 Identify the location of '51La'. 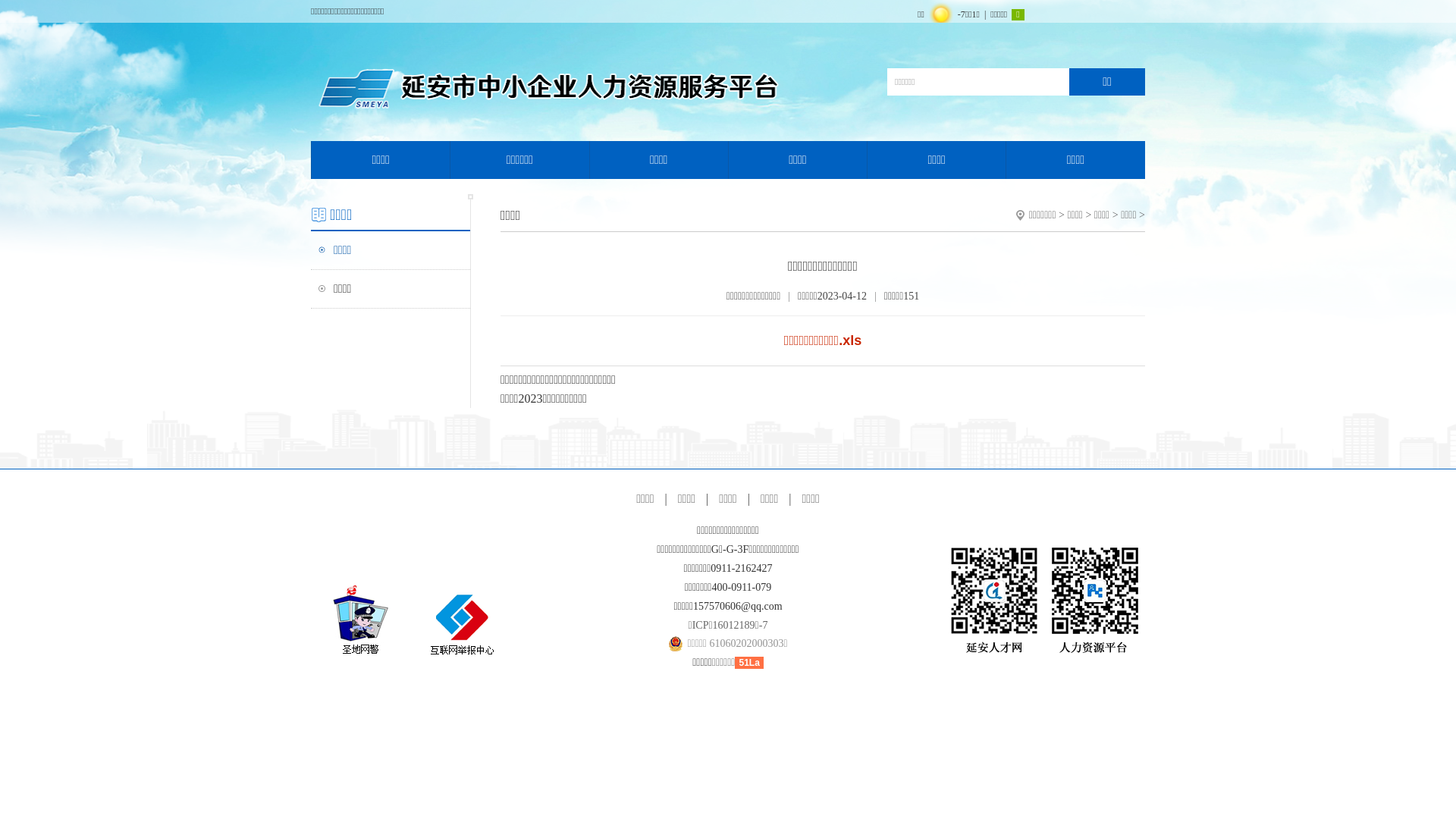
(748, 661).